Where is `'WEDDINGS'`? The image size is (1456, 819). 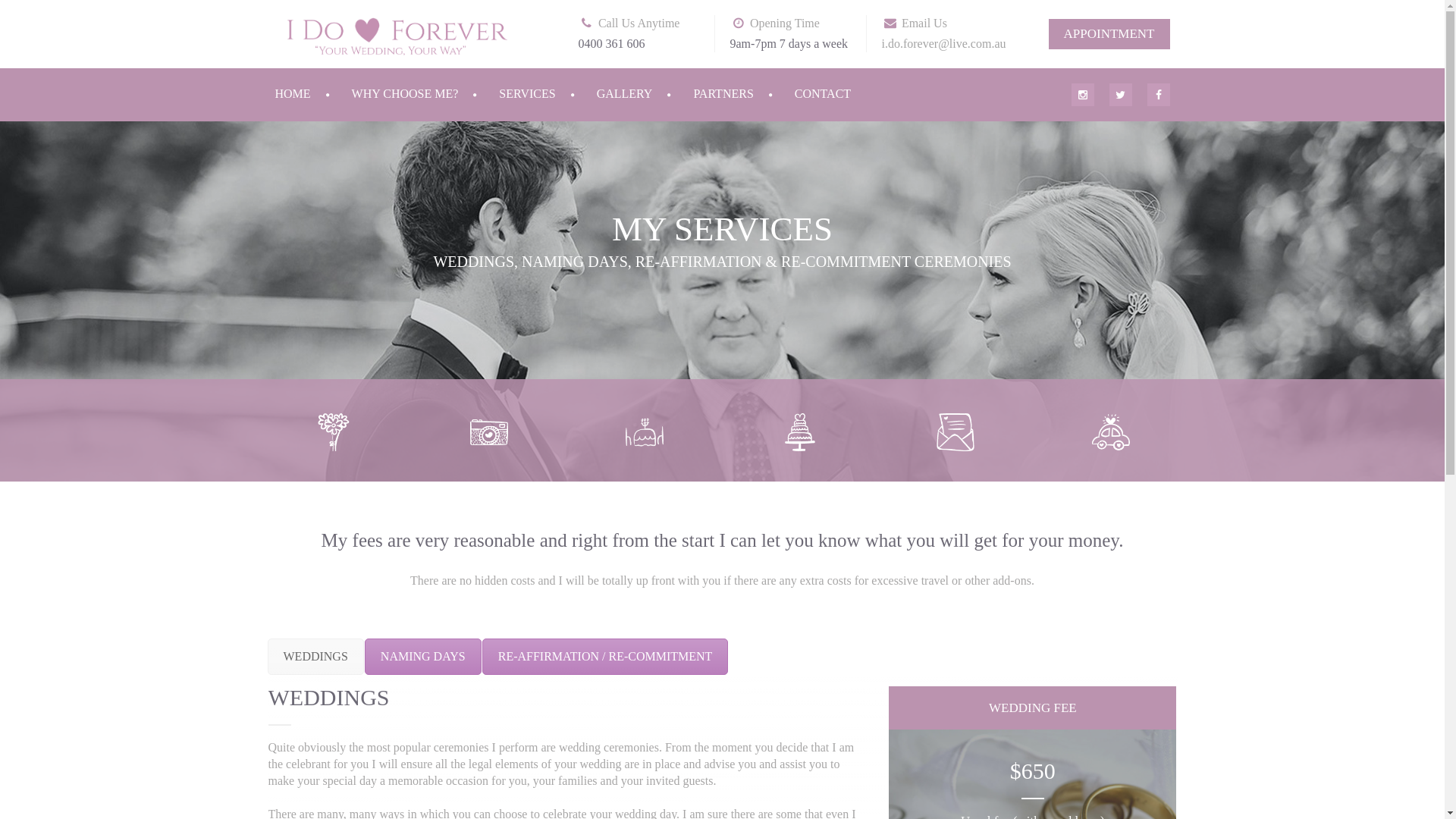
'WEDDINGS' is located at coordinates (314, 656).